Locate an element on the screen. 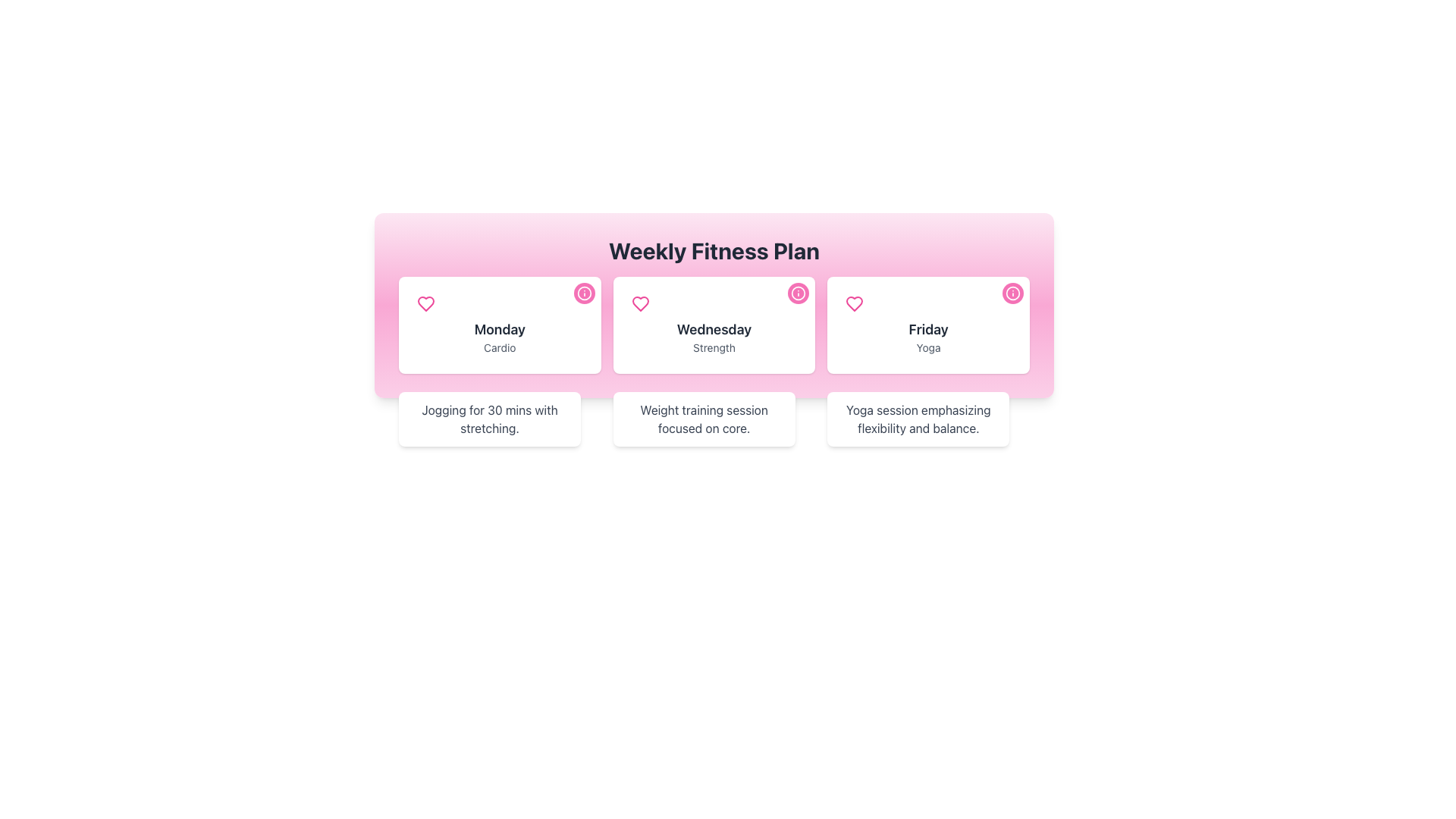 This screenshot has height=819, width=1456. the heart icon located is located at coordinates (855, 304).